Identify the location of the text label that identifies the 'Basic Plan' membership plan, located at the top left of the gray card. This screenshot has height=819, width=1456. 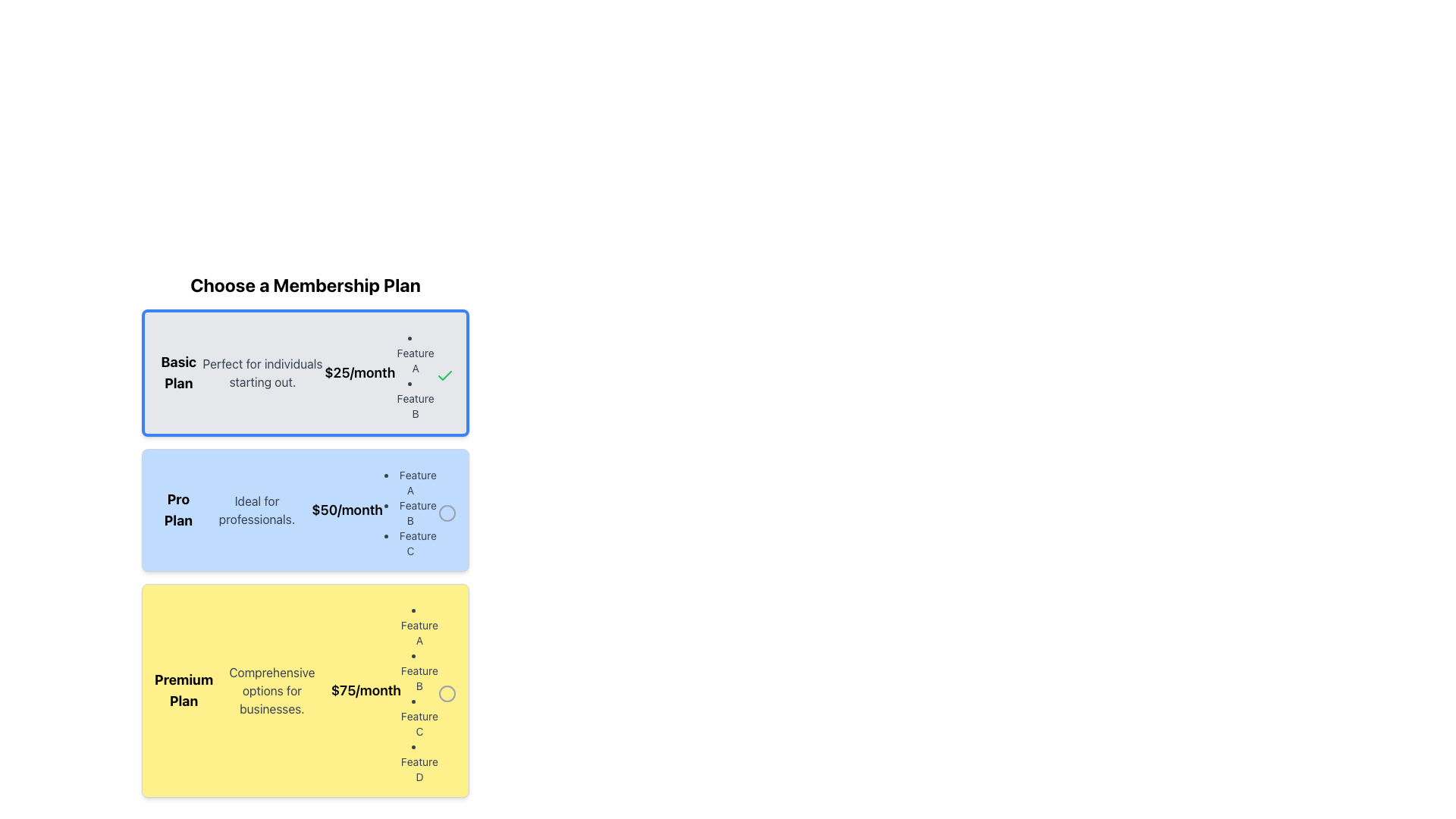
(178, 373).